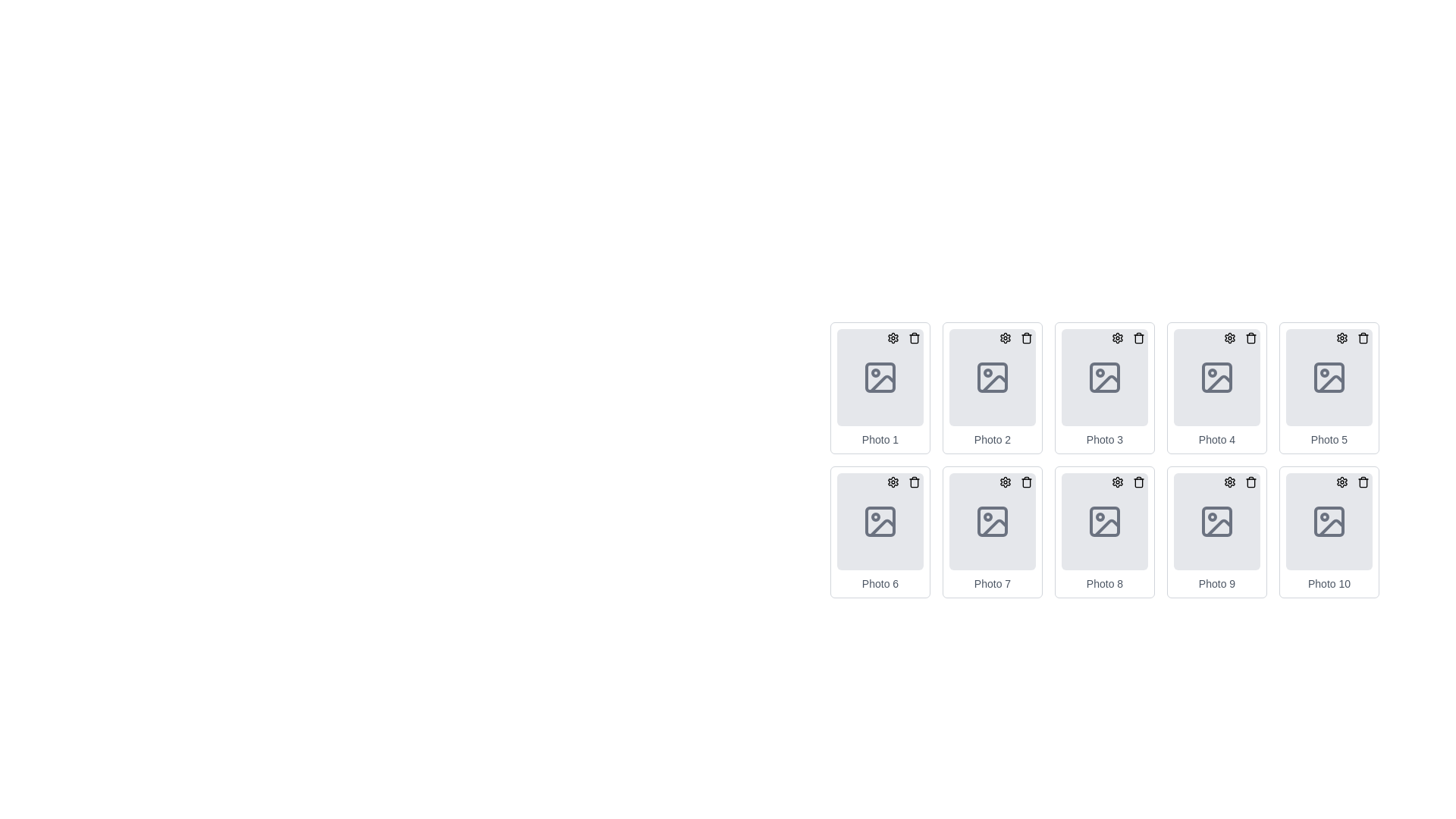 The height and width of the screenshot is (819, 1456). I want to click on the Card component with the label 'Photo 10' located at the bottom-right corner of the grid to initiate hover effects, so click(1328, 532).